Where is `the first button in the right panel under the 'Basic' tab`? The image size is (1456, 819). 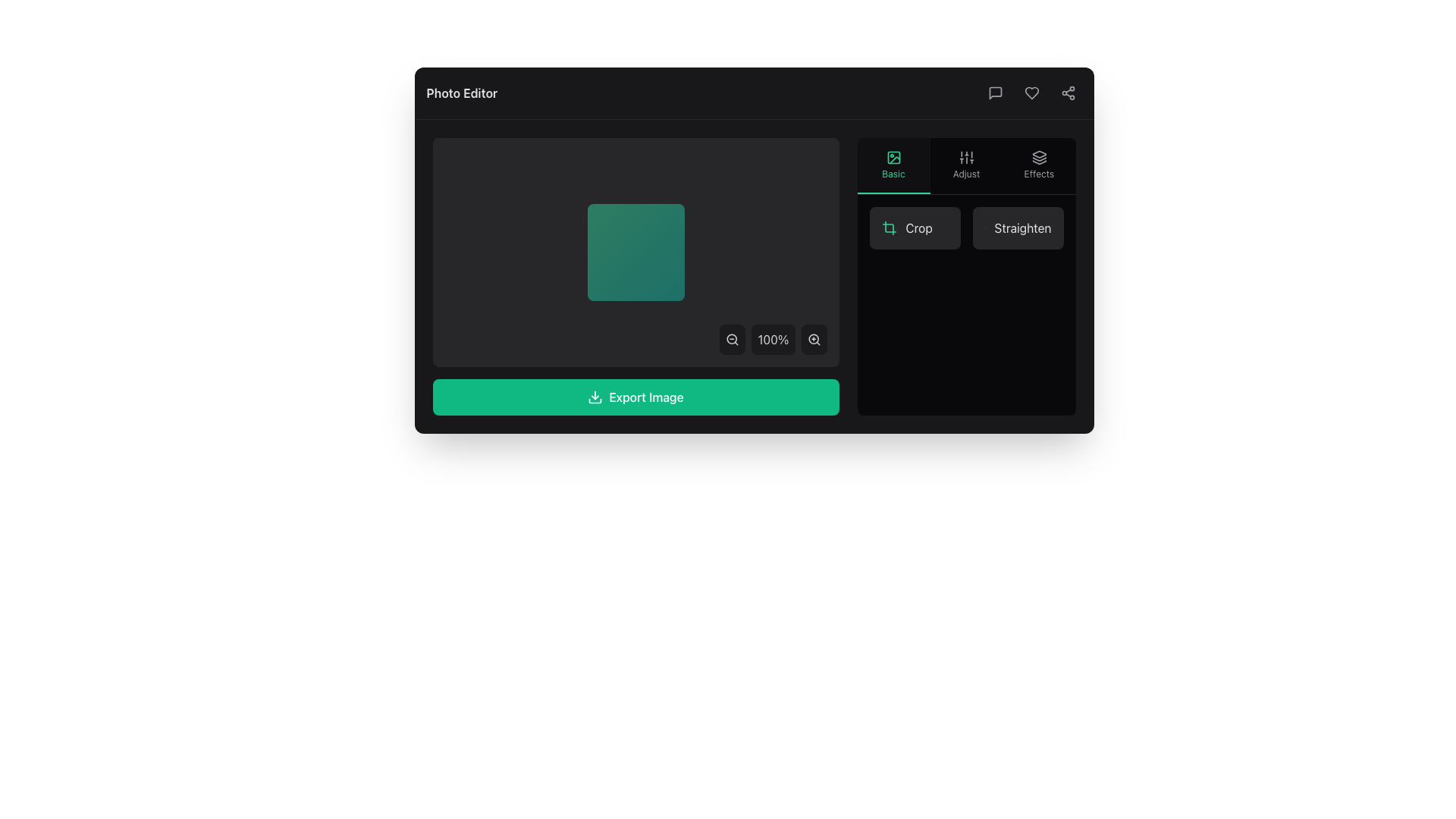 the first button in the right panel under the 'Basic' tab is located at coordinates (914, 227).